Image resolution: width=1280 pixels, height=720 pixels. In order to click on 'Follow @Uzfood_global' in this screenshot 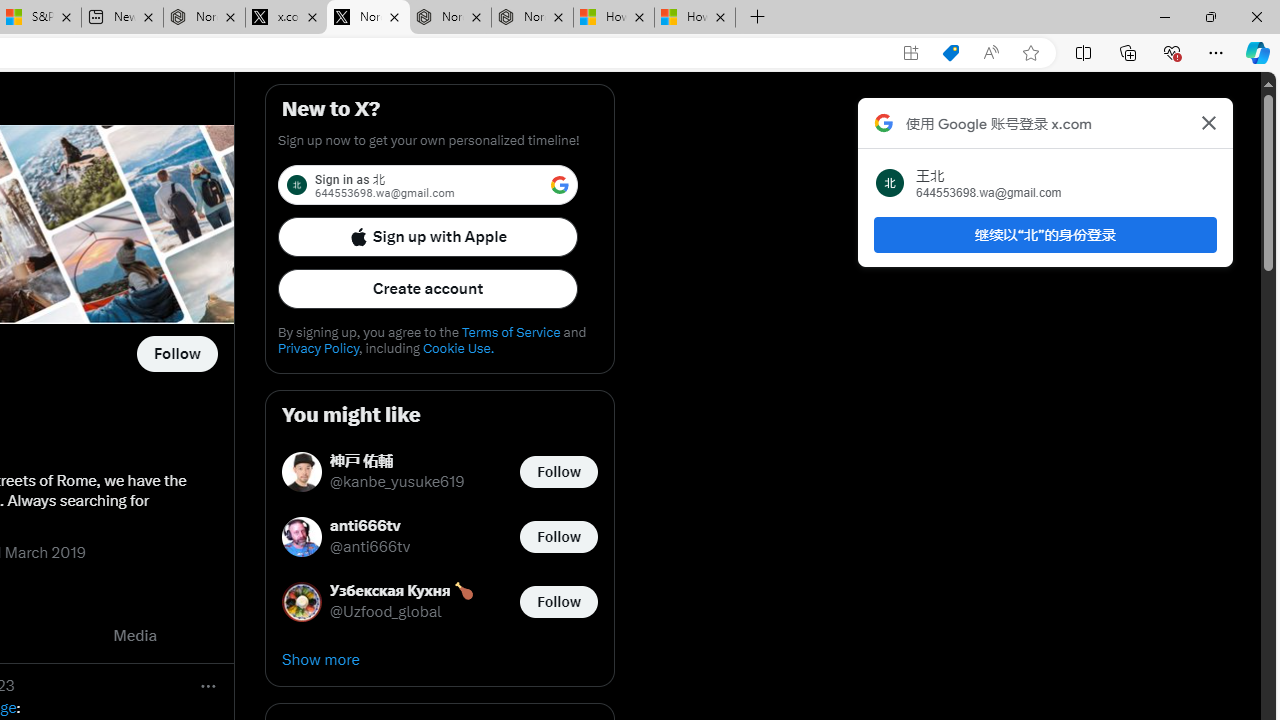, I will do `click(558, 600)`.